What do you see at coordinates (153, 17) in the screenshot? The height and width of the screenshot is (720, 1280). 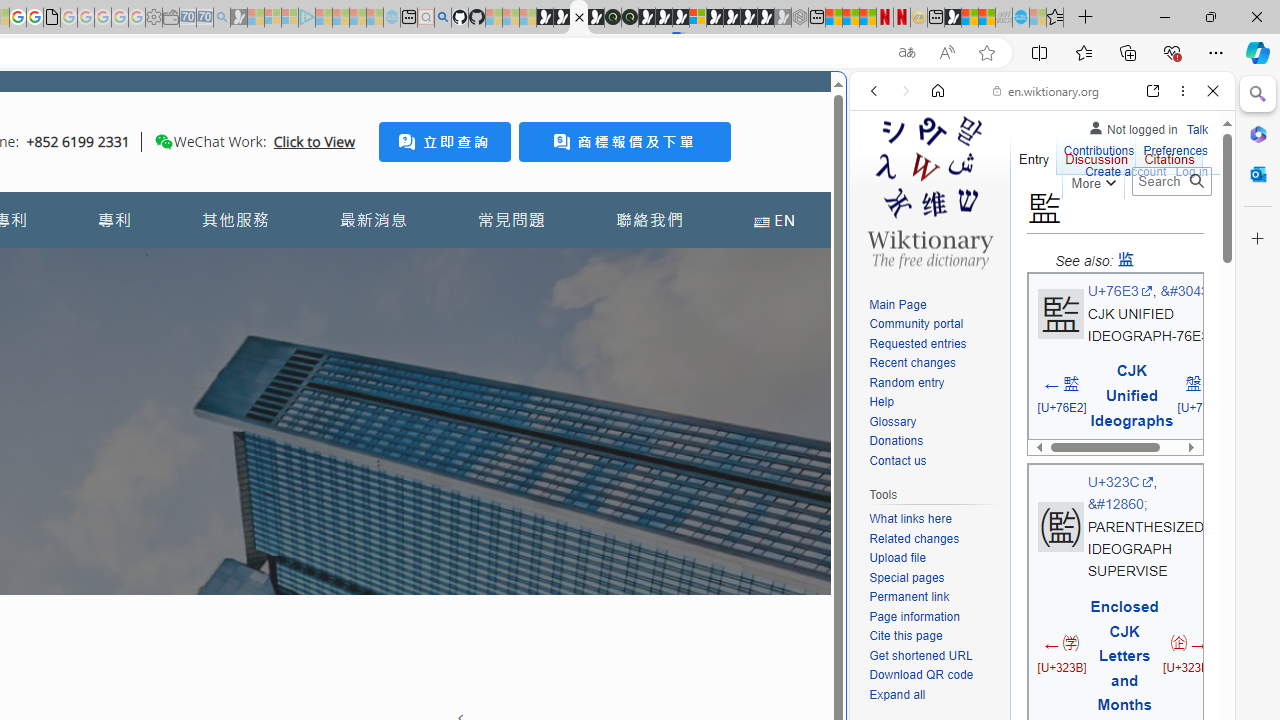 I see `'Settings - Sleeping'` at bounding box center [153, 17].